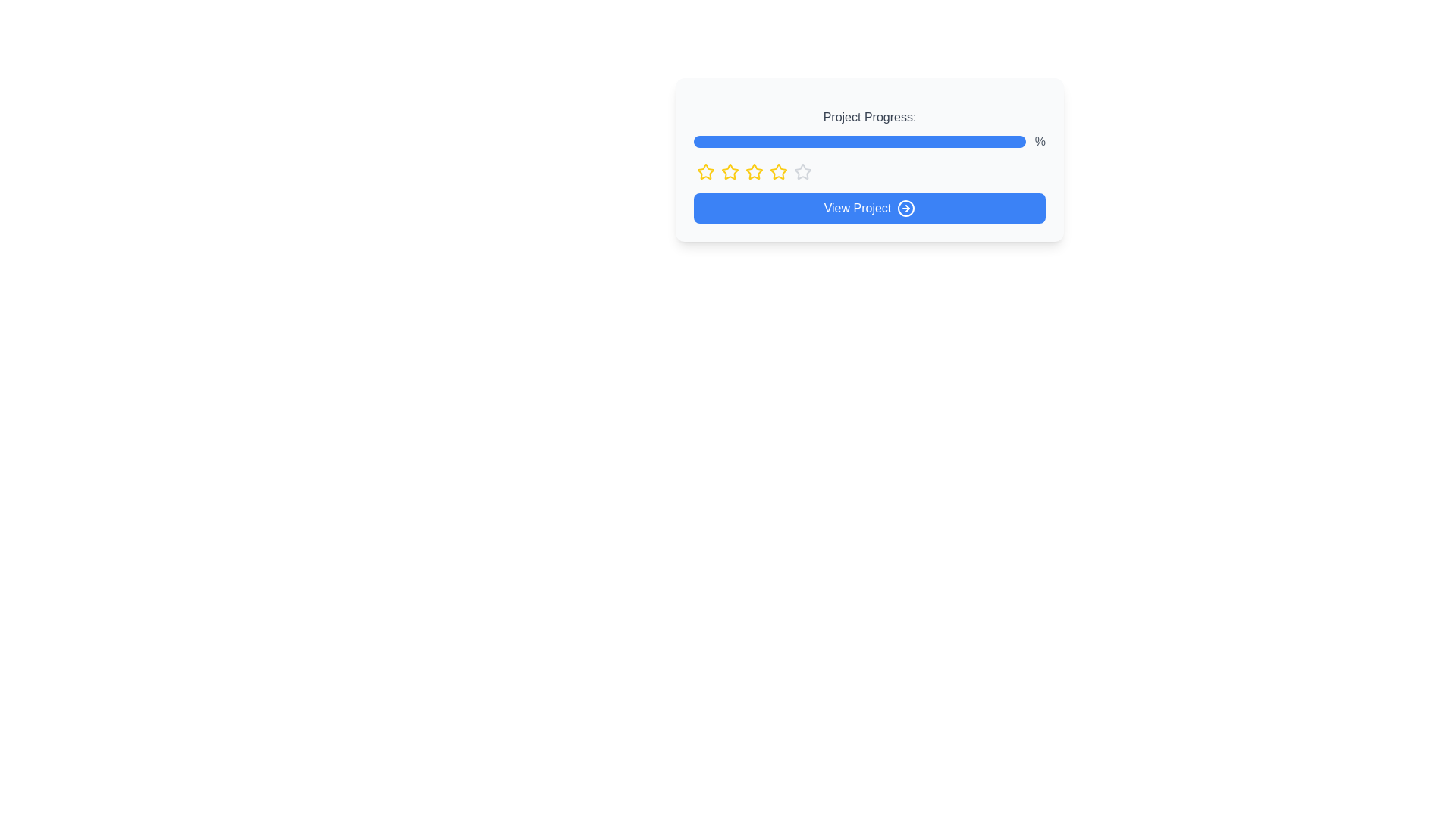  Describe the element at coordinates (870, 116) in the screenshot. I see `the bold text label reading 'Project Progress:' styled in gray, located near the top of the content card, immediately below the title area and above the progress bar` at that location.